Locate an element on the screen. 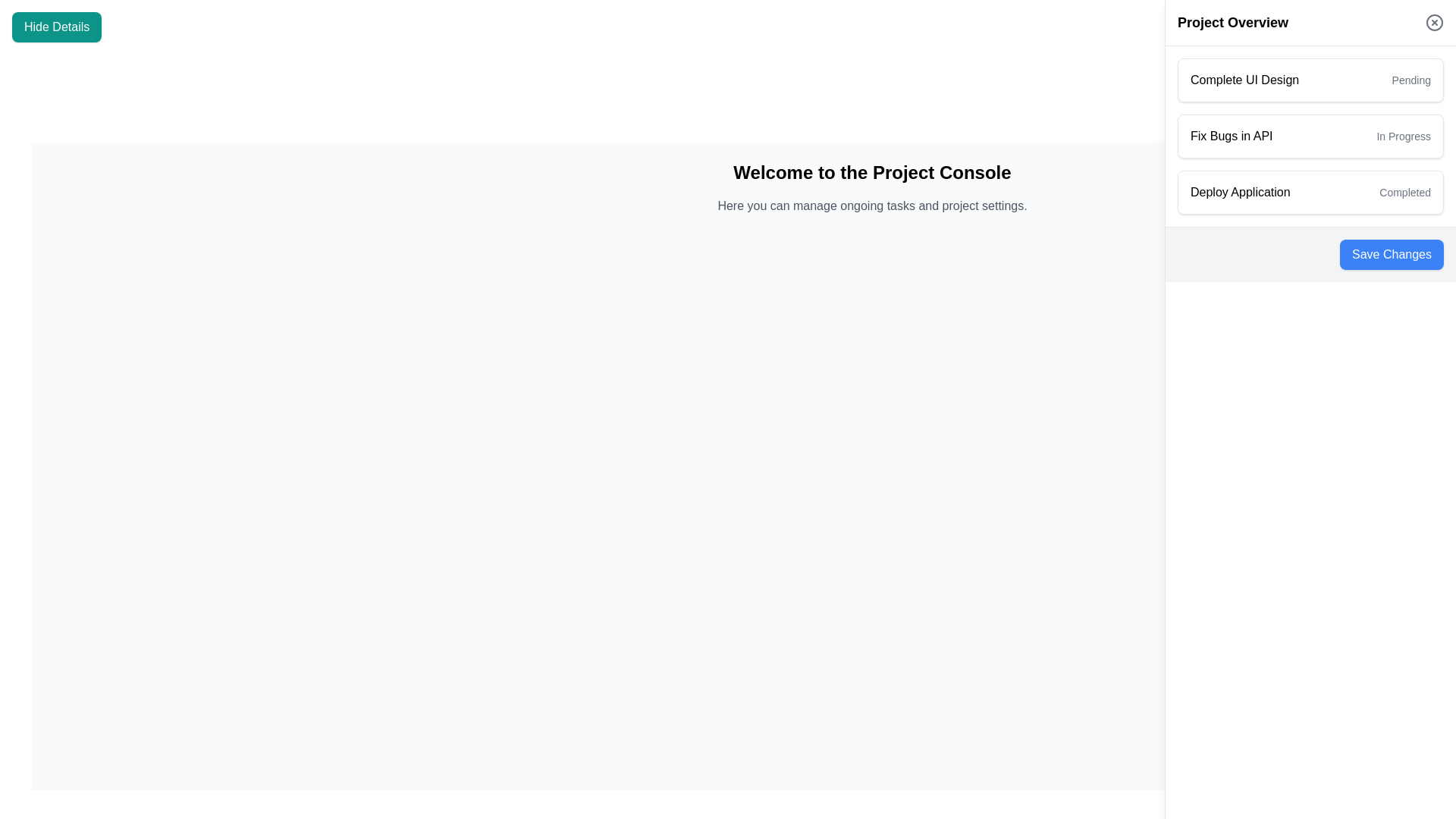 This screenshot has height=819, width=1456. the teal-green button with rounded corners labeled 'Hide Details' is located at coordinates (57, 27).